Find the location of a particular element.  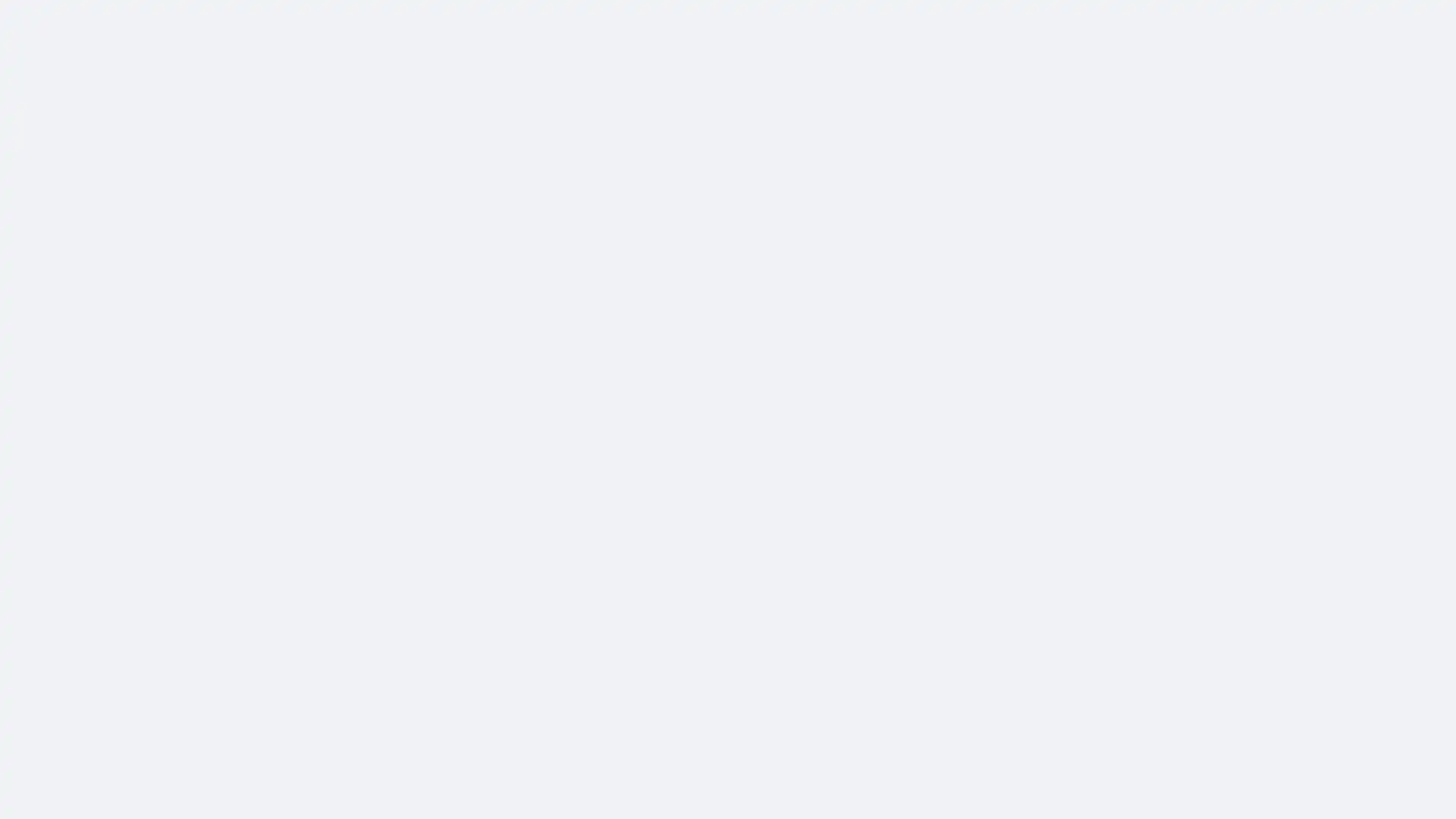

Comment is located at coordinates (870, 795).